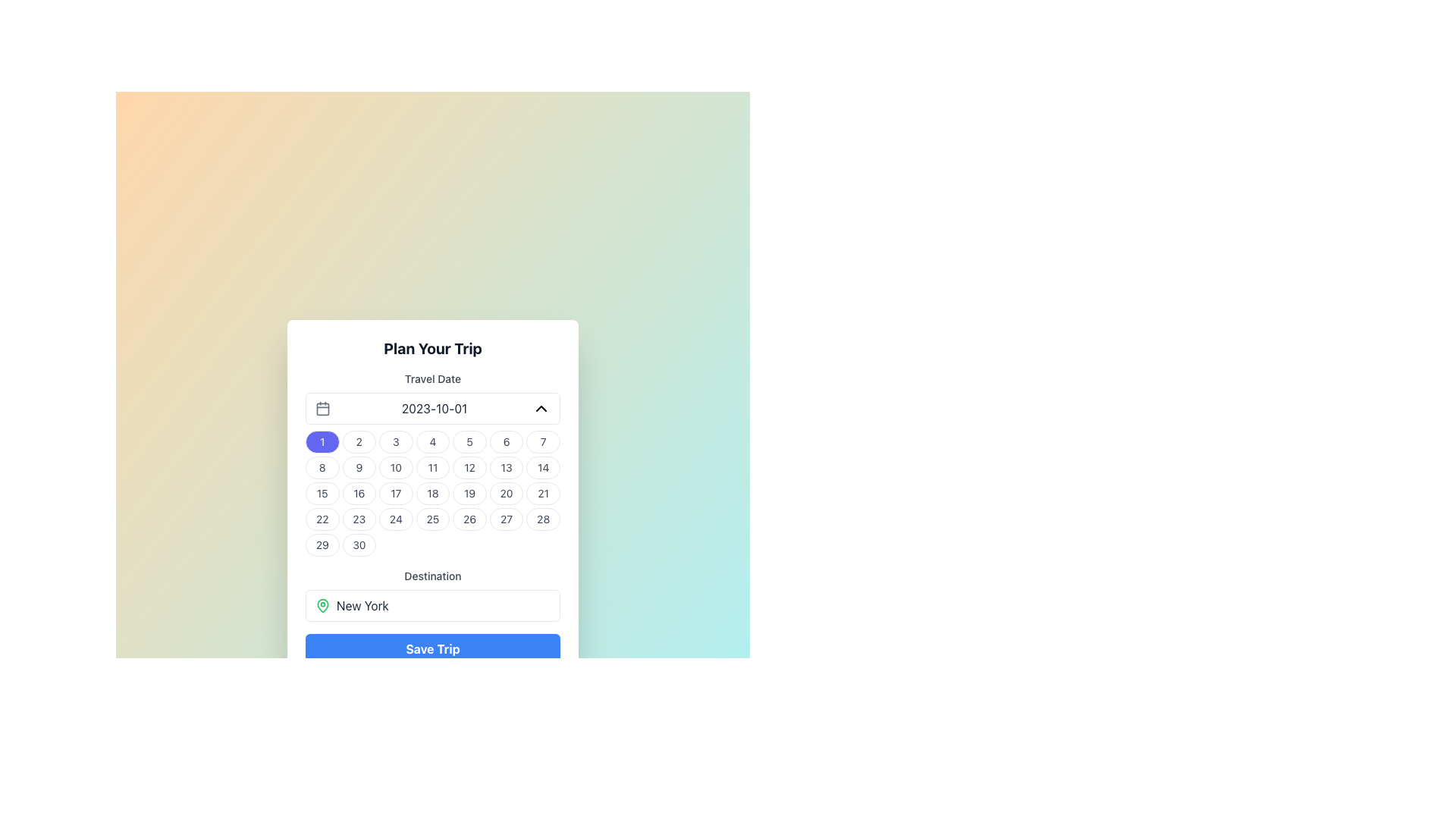  I want to click on the button representing the '1' date in the calendar grid, so click(322, 441).